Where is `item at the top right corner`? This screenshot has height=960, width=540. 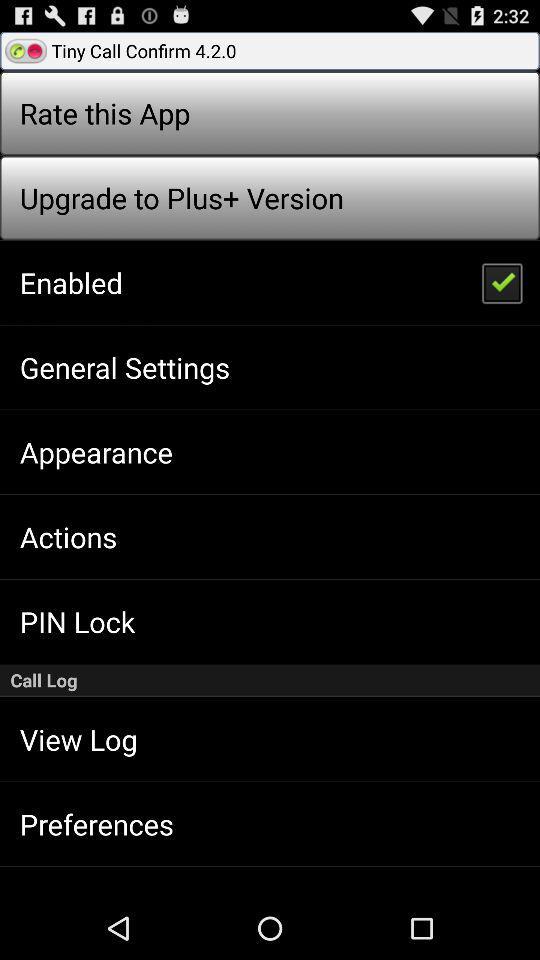
item at the top right corner is located at coordinates (500, 281).